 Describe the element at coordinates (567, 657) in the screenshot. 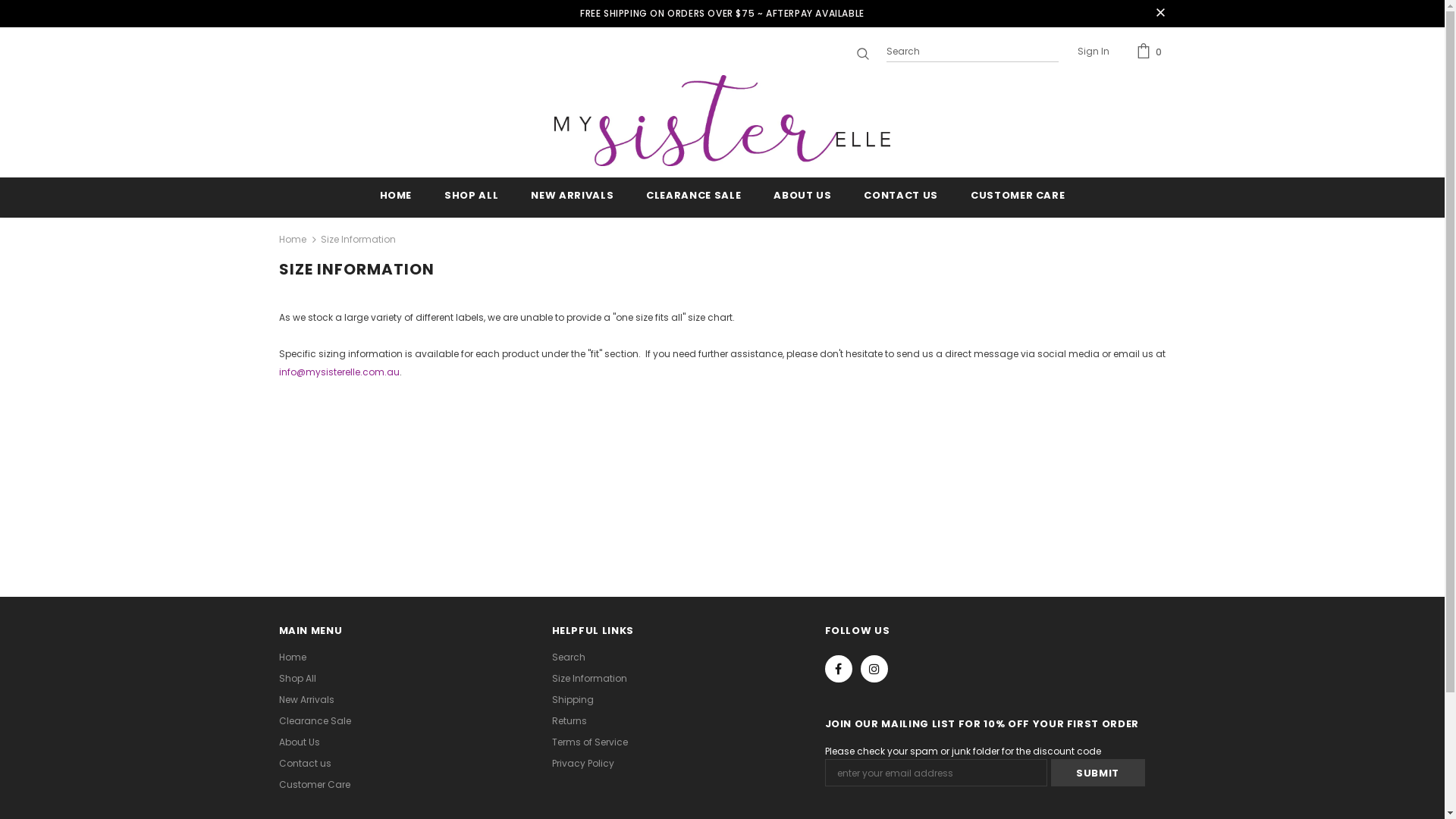

I see `'Search'` at that location.